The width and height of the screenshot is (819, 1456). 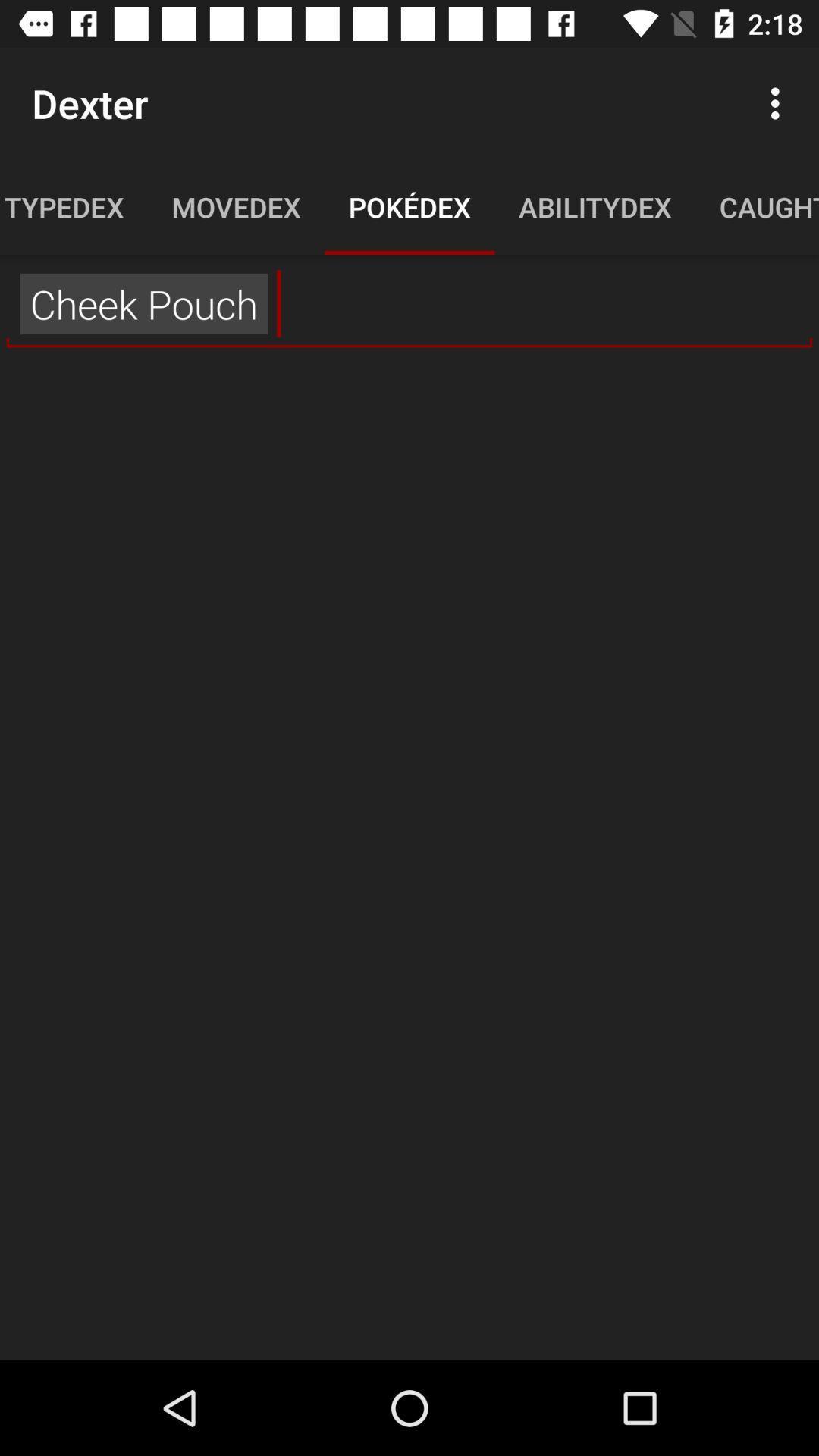 What do you see at coordinates (779, 102) in the screenshot?
I see `icon above the caughtdex icon` at bounding box center [779, 102].